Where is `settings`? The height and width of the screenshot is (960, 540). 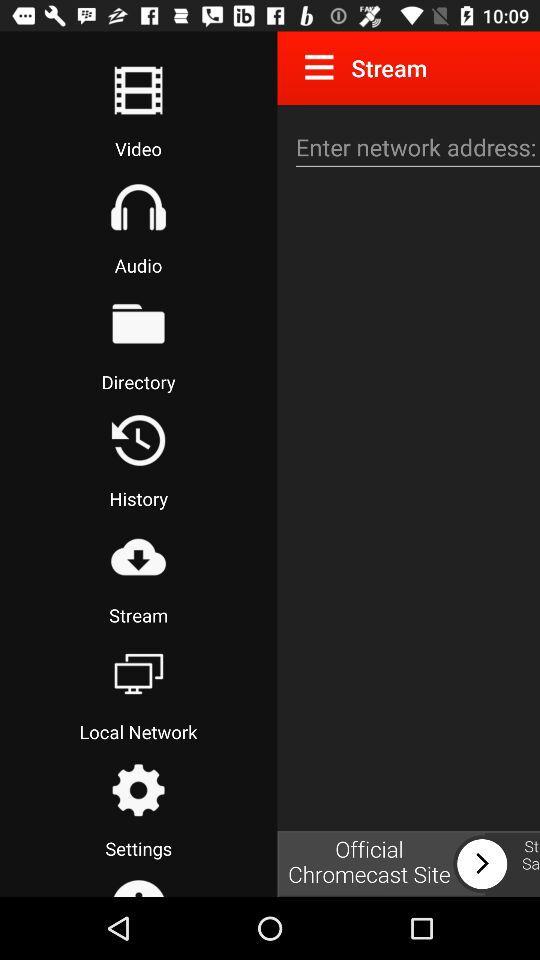
settings is located at coordinates (137, 790).